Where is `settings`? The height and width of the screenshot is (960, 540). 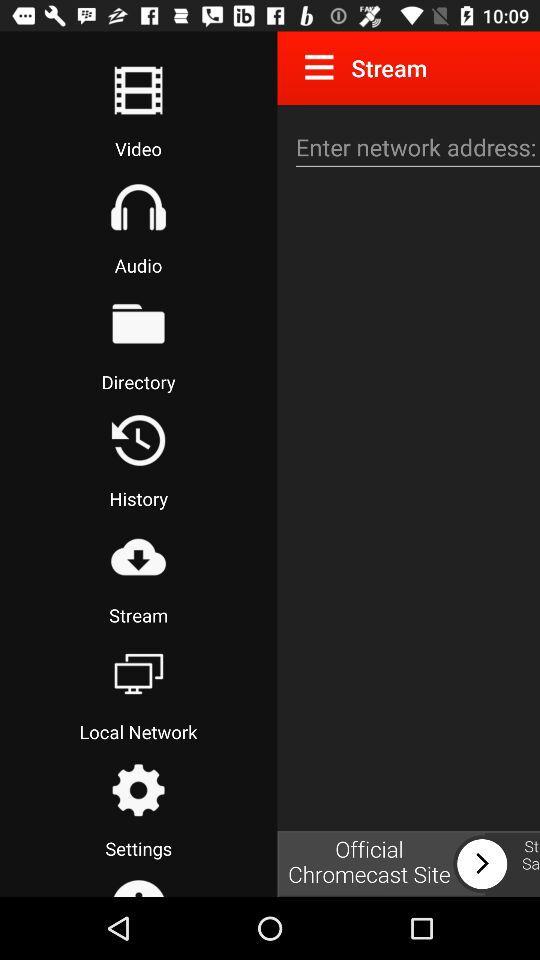
settings is located at coordinates (137, 790).